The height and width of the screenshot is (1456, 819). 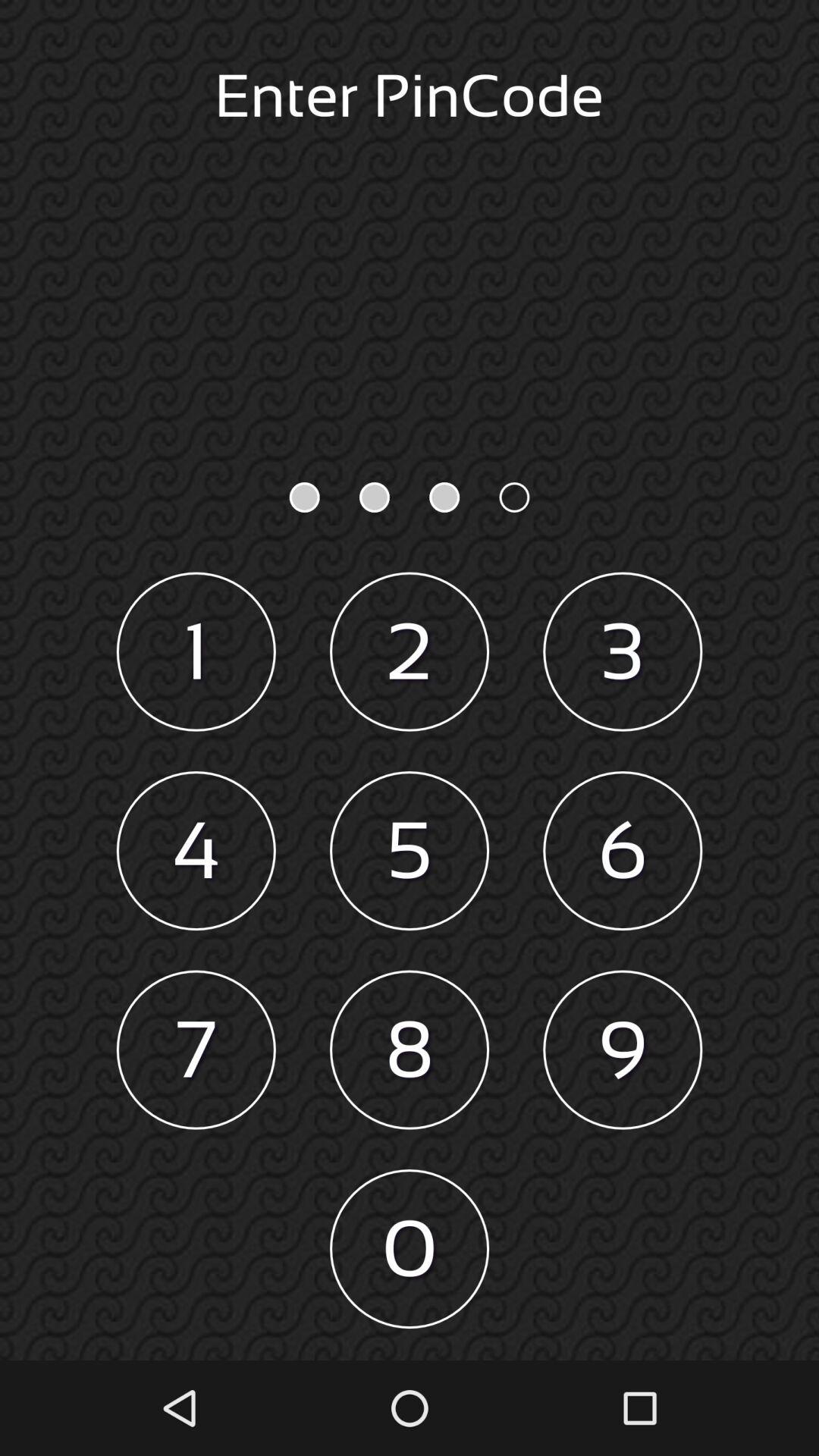 What do you see at coordinates (623, 1049) in the screenshot?
I see `icon next to the 8 item` at bounding box center [623, 1049].